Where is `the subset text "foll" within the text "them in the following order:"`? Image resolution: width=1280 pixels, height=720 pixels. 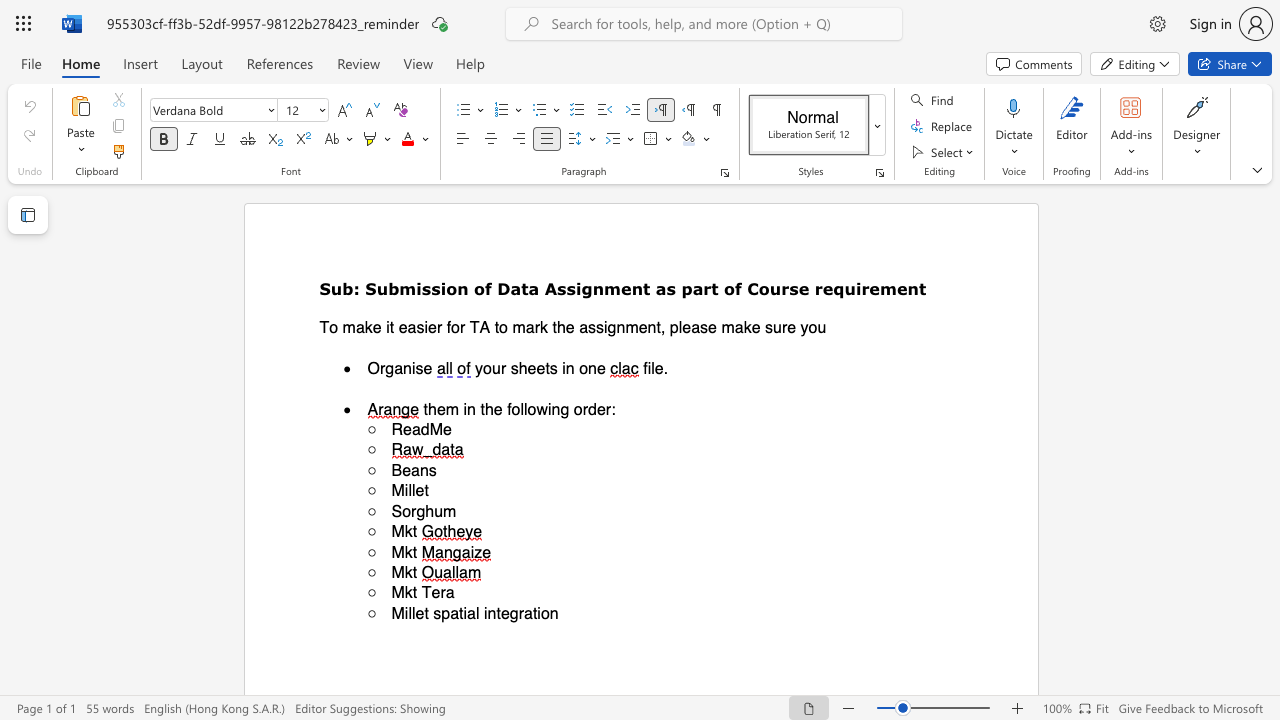 the subset text "foll" within the text "them in the following order:" is located at coordinates (507, 408).